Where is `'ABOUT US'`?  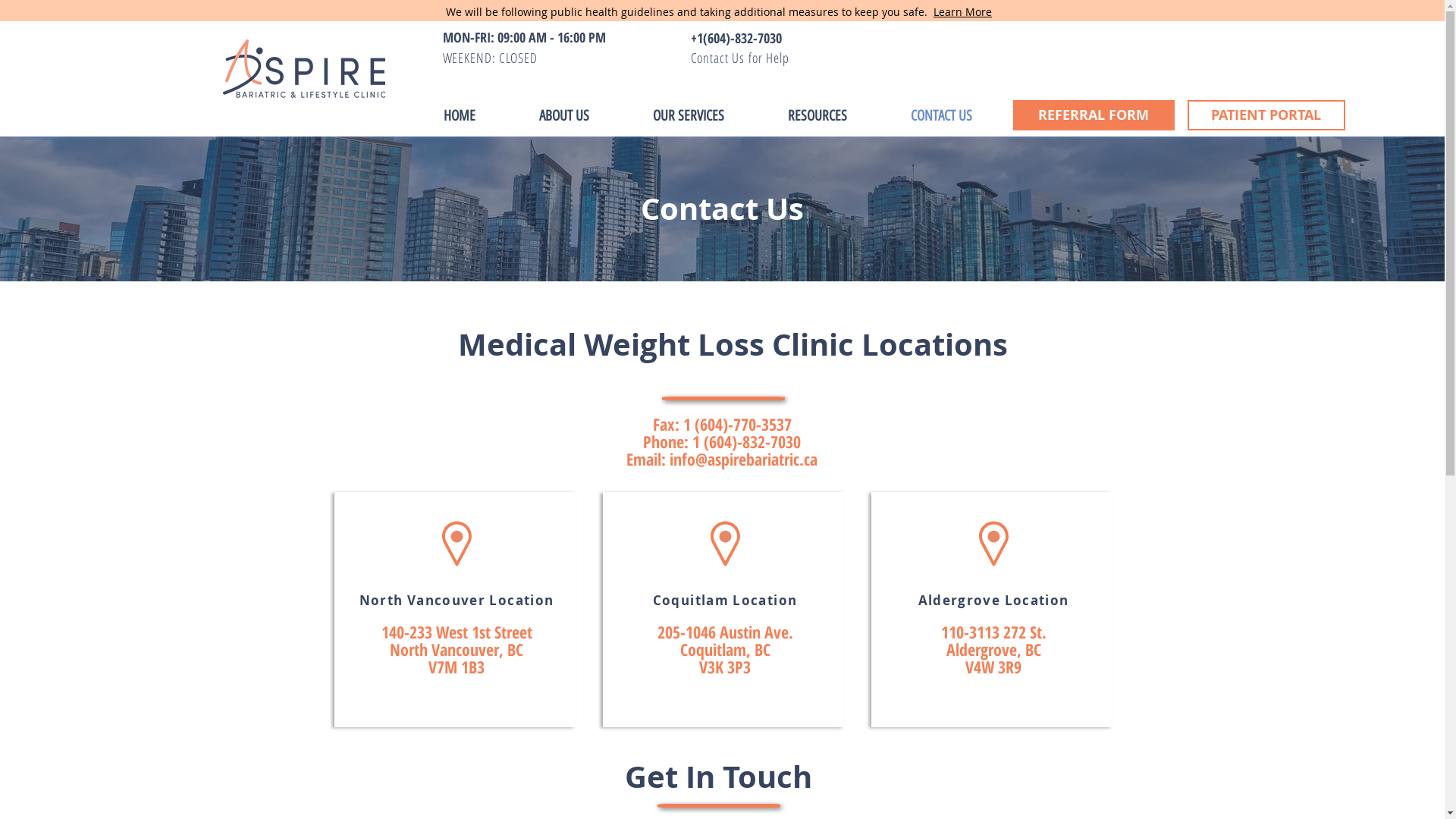 'ABOUT US' is located at coordinates (563, 115).